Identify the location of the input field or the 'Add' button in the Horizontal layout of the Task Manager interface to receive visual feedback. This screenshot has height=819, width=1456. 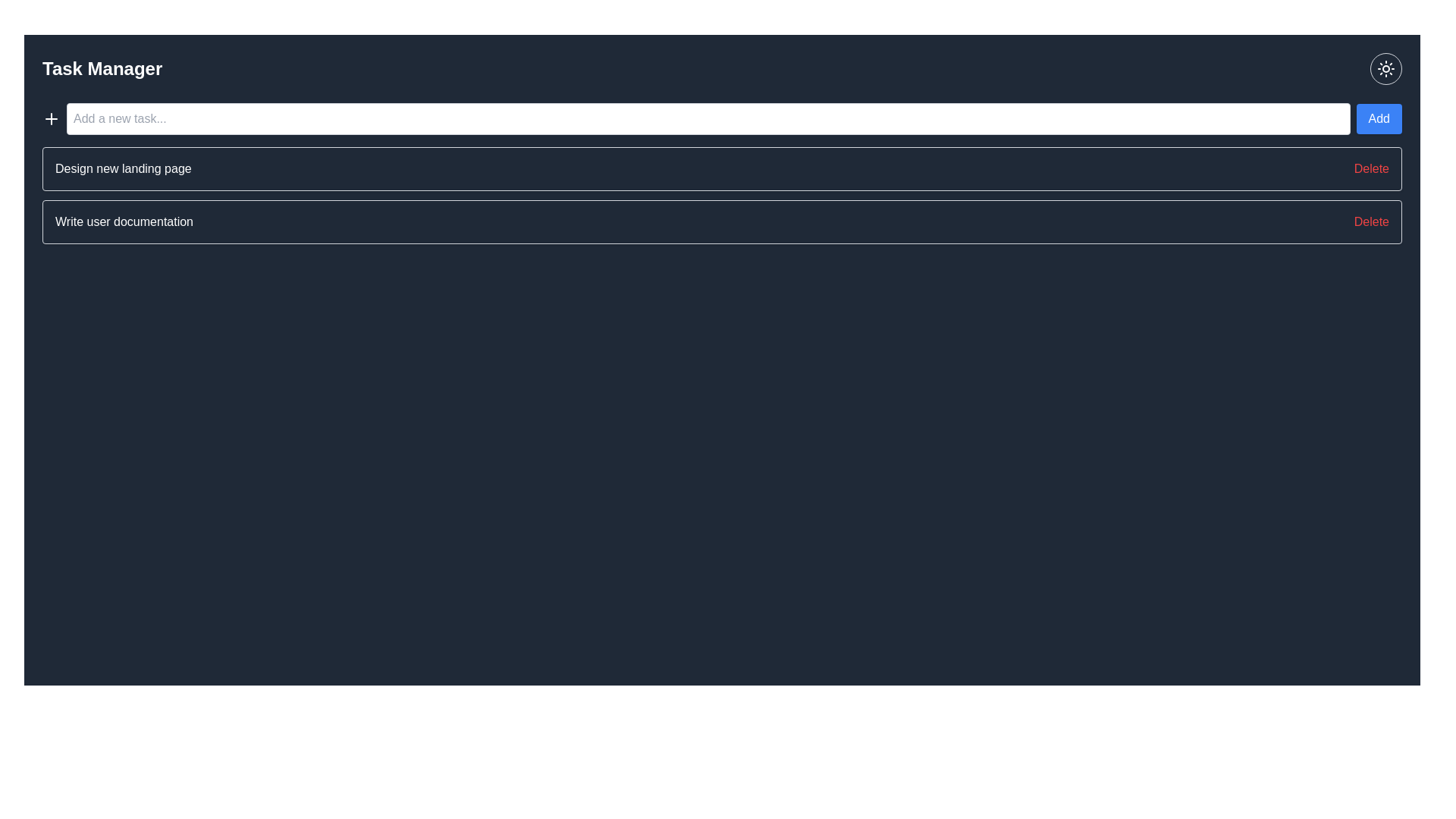
(721, 118).